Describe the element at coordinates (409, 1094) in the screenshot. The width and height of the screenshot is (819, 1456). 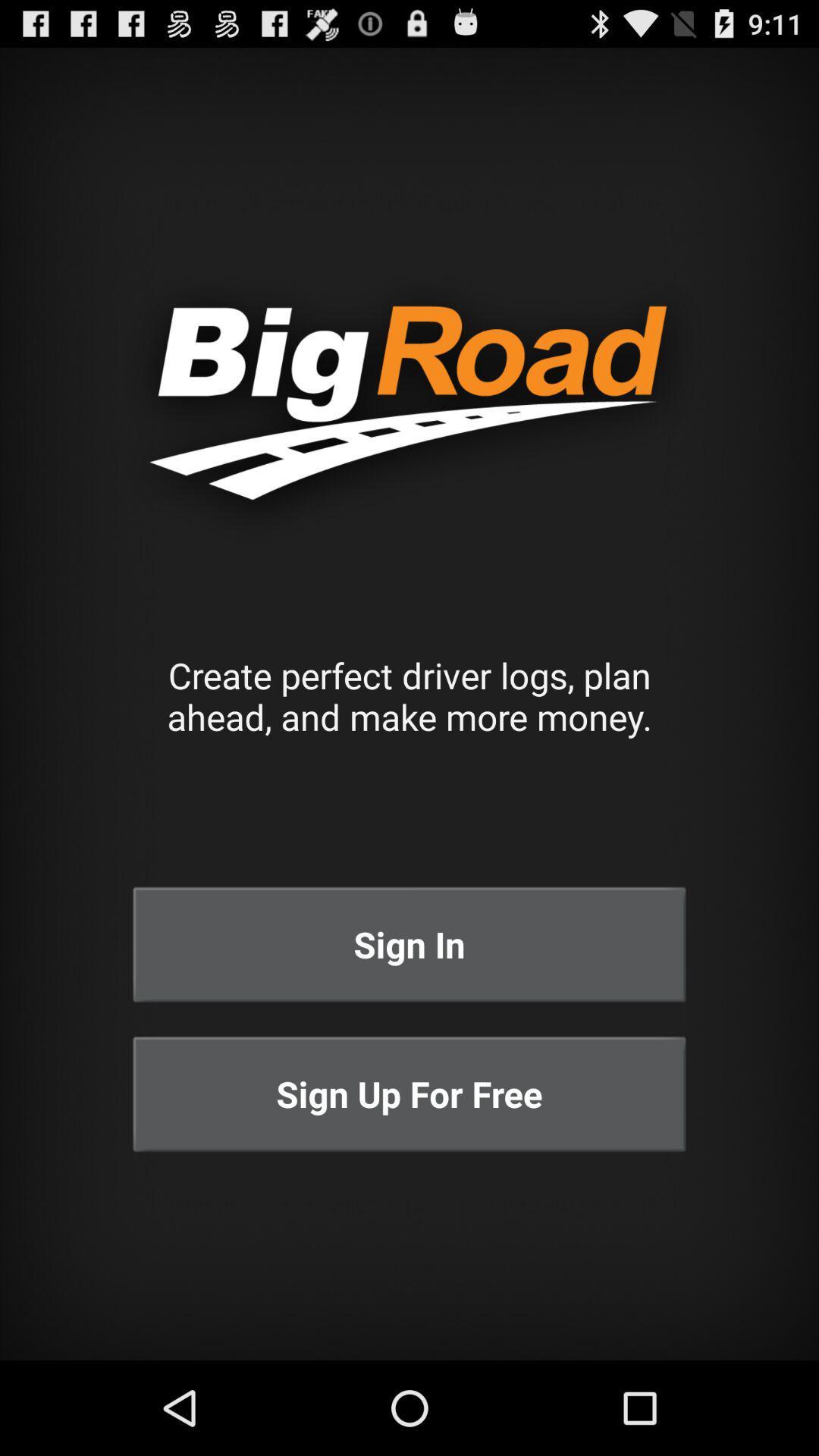
I see `sign up for icon` at that location.